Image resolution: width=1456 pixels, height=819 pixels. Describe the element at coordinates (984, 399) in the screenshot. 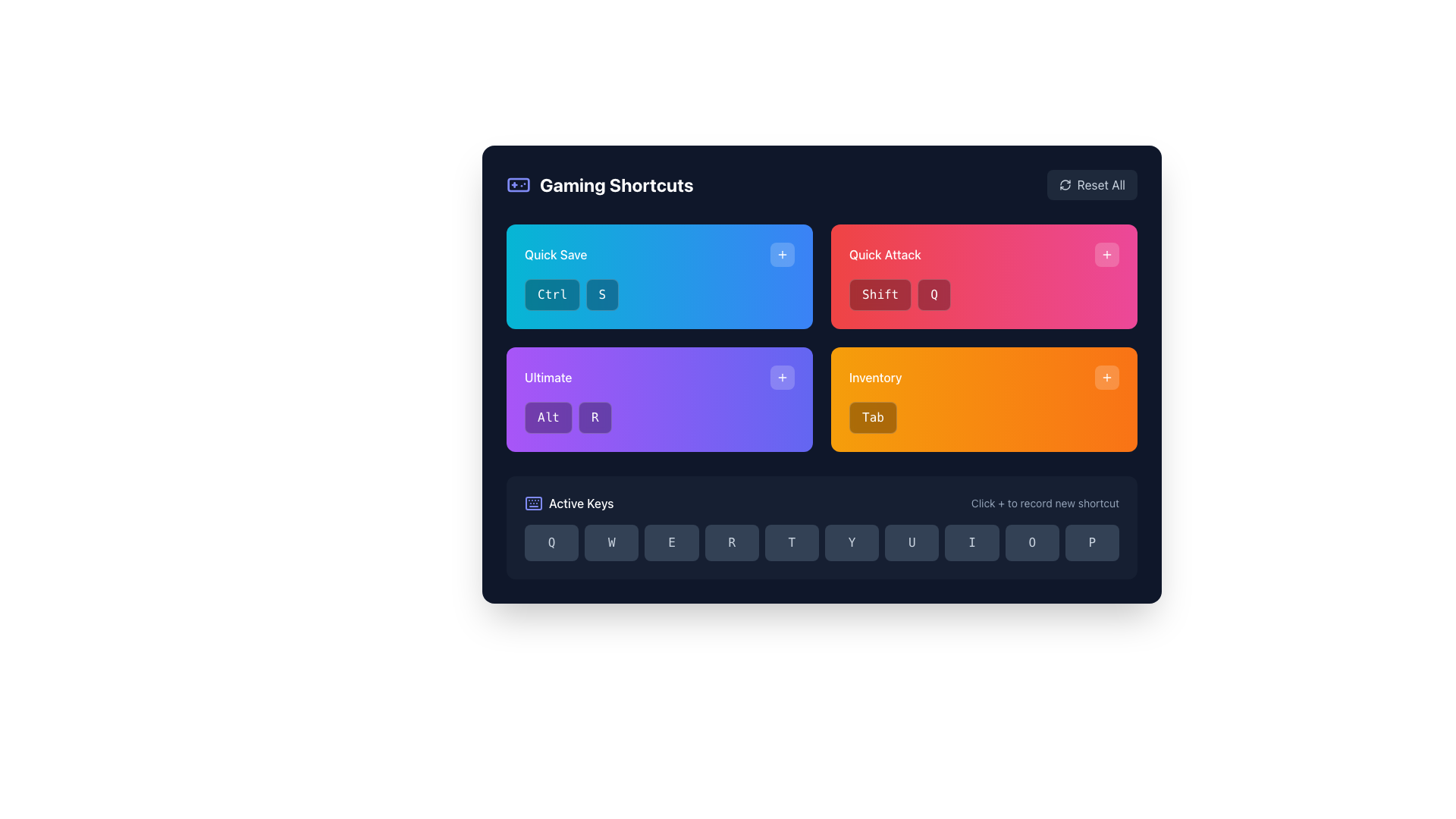

I see `the 'Inventory' action shortcut card located in the bottom-right corner of the grid layout, which is the fourth card below 'Quick Attack' and to the right of 'Ultimate'` at that location.